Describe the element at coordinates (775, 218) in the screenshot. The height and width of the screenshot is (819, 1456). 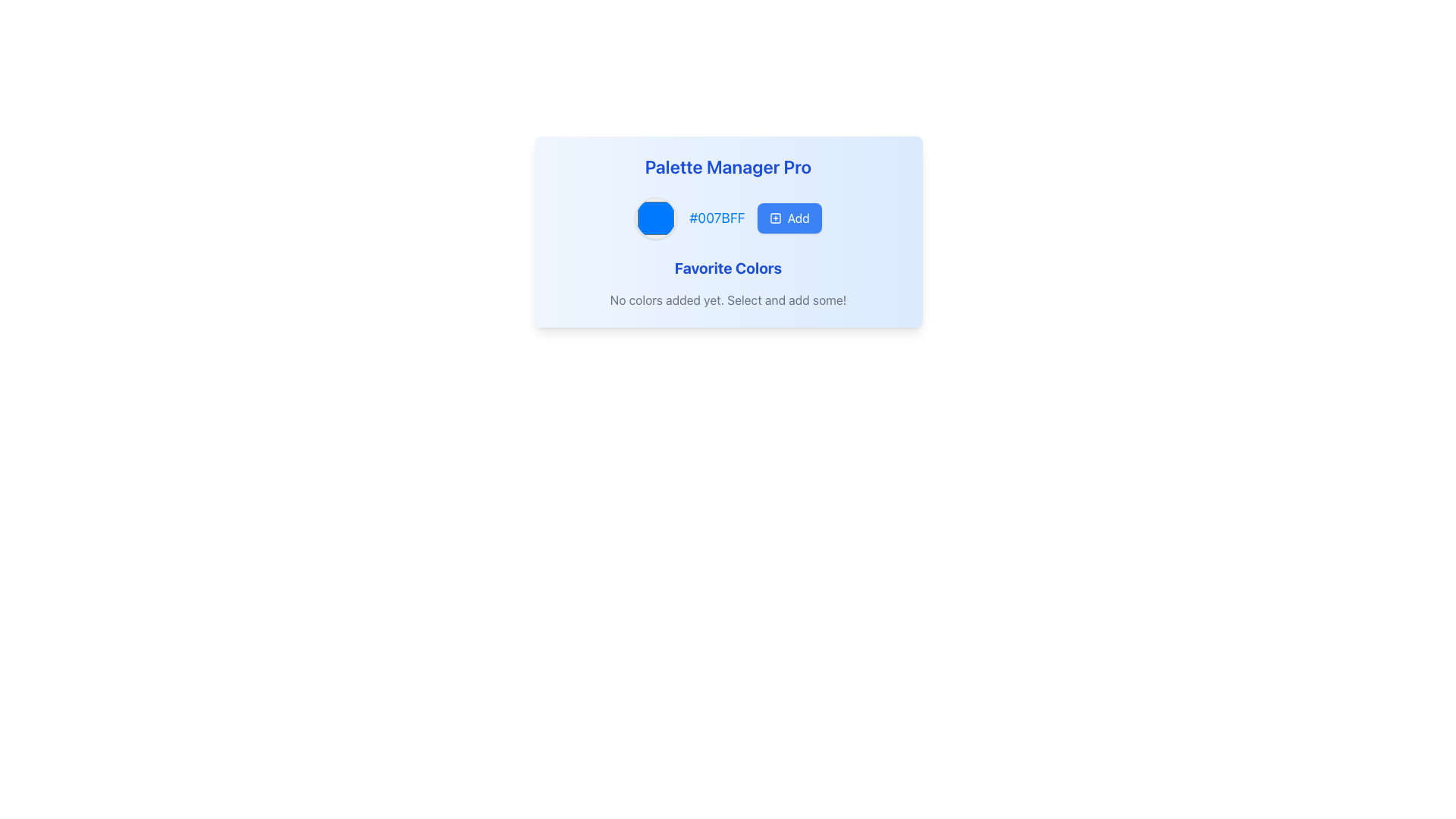
I see `the SVG rectangle that is part of the button functionality, located to the right of a blue octagonal shape and adjacent to a tag displaying a color code` at that location.